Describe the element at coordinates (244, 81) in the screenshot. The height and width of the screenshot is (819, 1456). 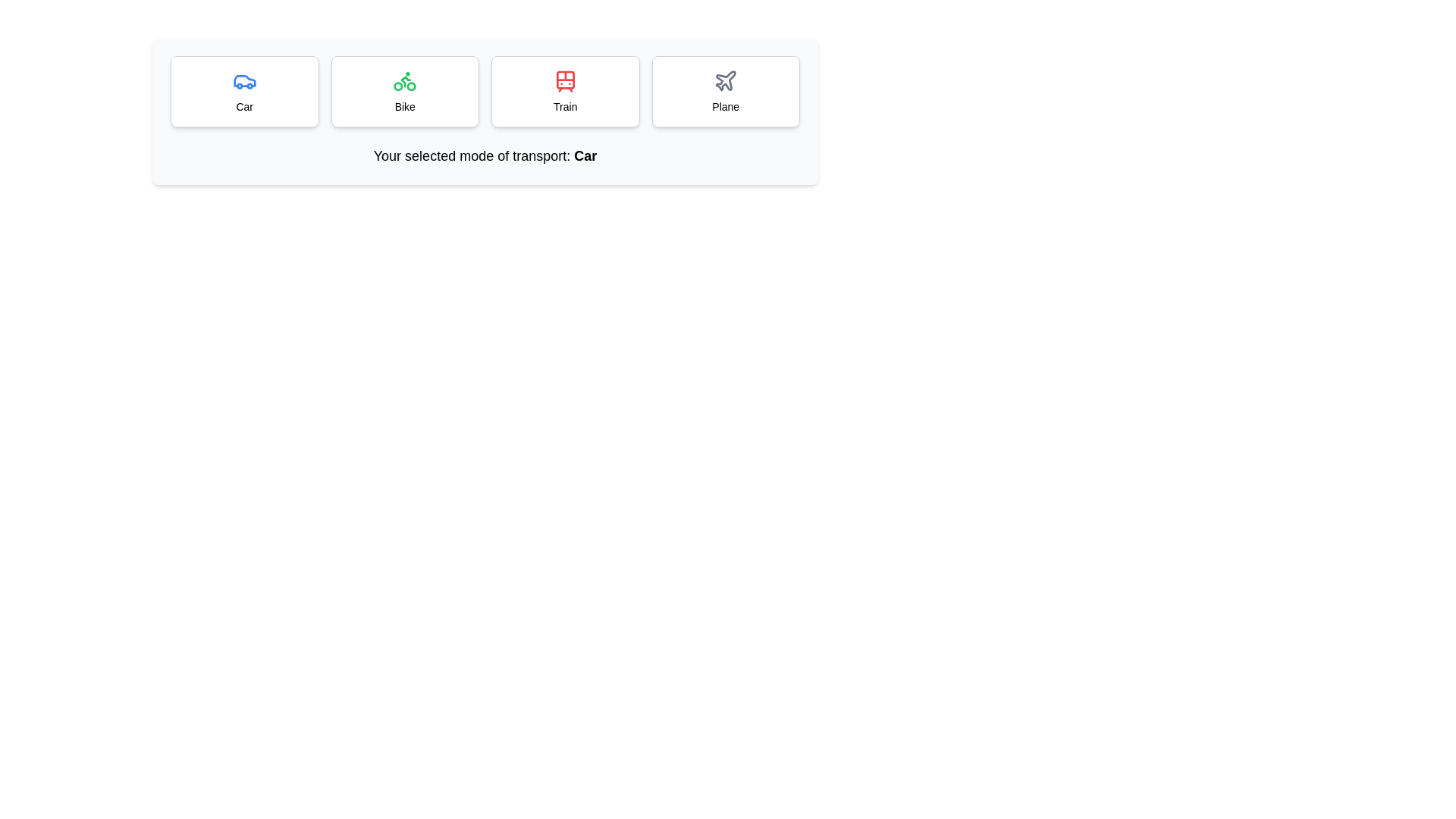
I see `the 'Car' icon located in the upper-left option of the selectable transport modes interface, which is identified by its card-like structure labeled 'Car'` at that location.